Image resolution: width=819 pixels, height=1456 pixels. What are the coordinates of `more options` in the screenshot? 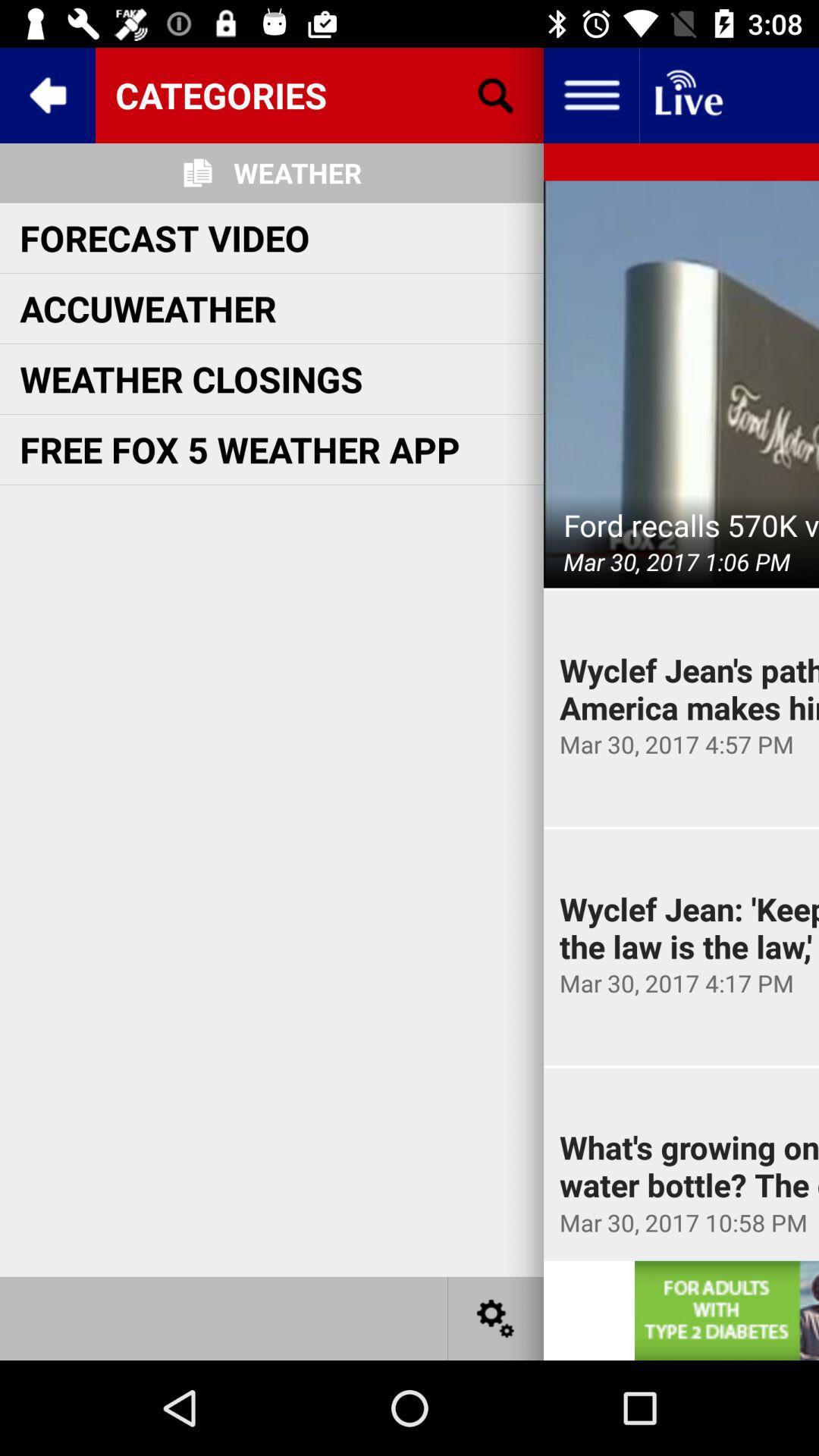 It's located at (496, 1317).